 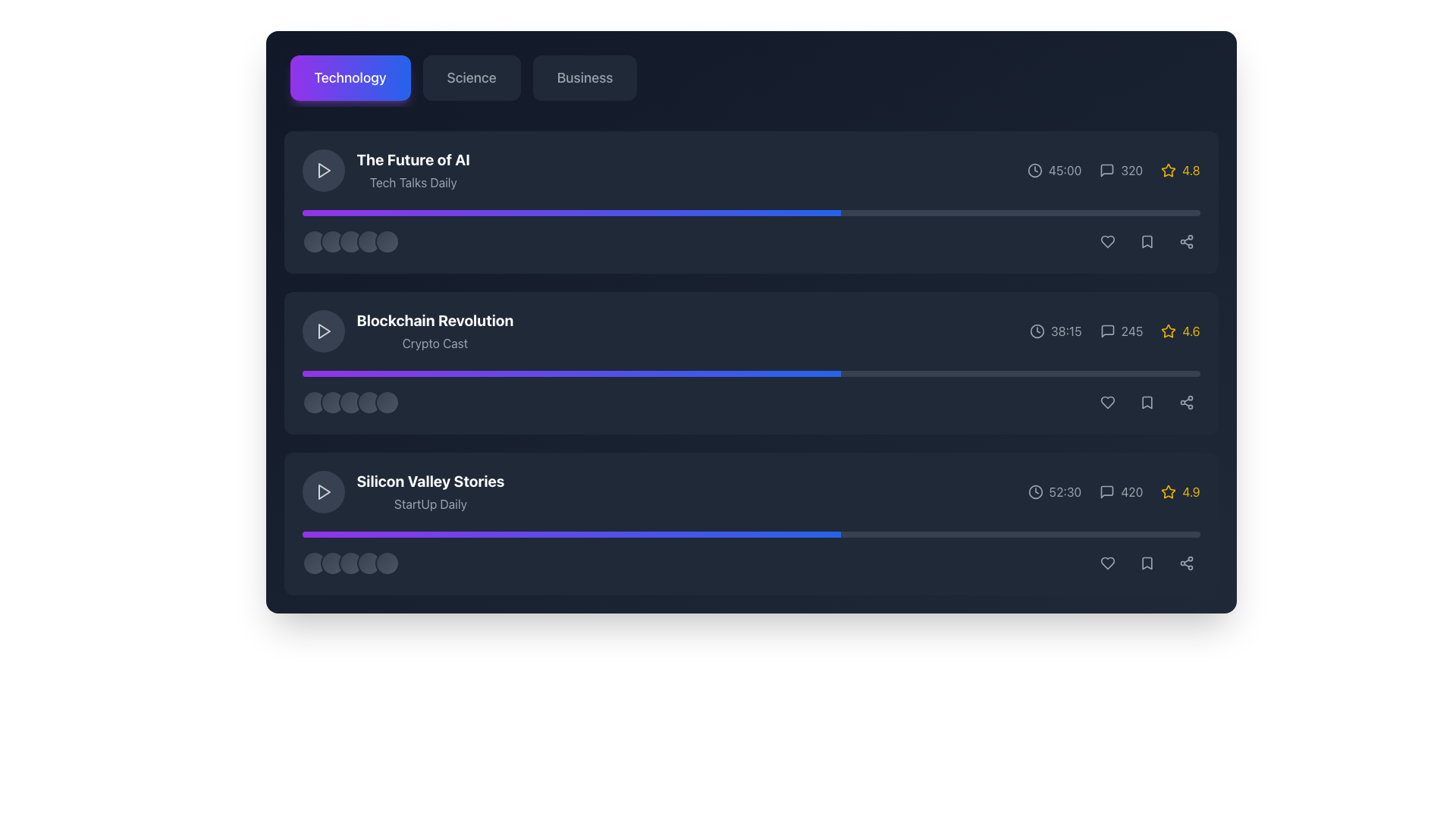 What do you see at coordinates (471, 78) in the screenshot?
I see `the 'Science' text label in the navigation menu, which is styled in a large, bold font with a light gray color on a dark gray background, located centrally between 'Technology' and 'Business'` at bounding box center [471, 78].